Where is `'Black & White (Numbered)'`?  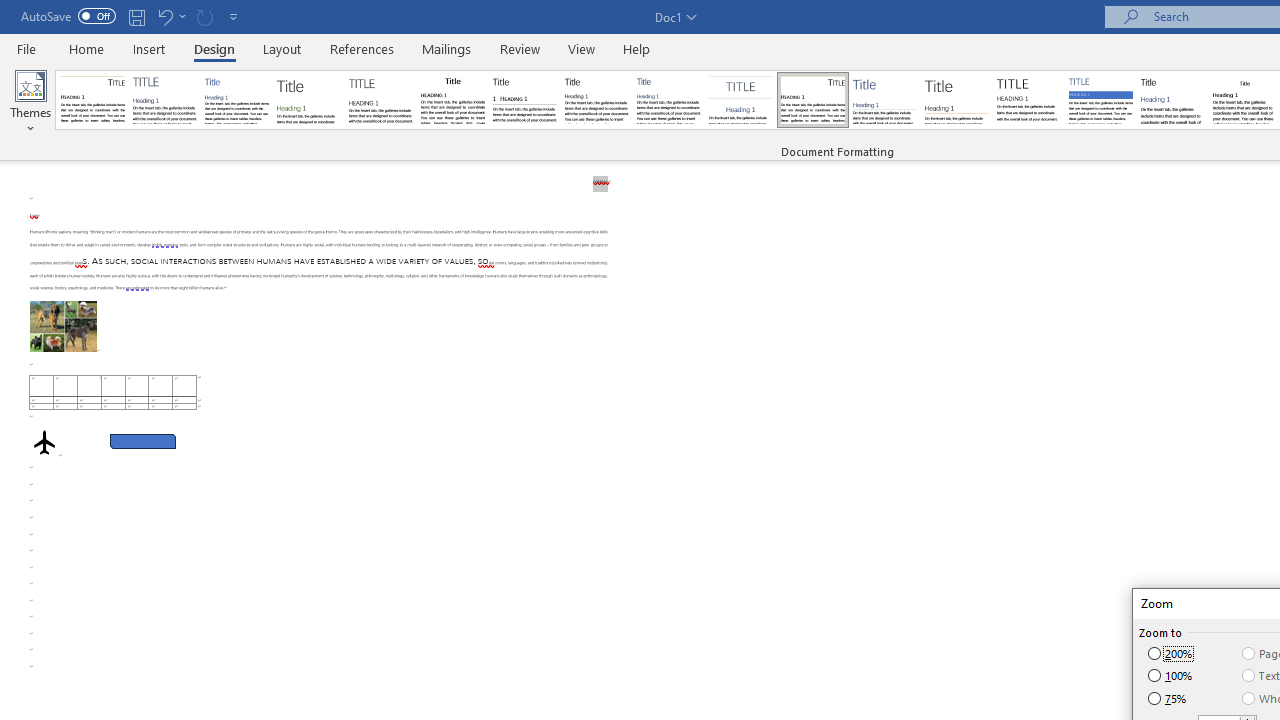
'Black & White (Numbered)' is located at coordinates (524, 100).